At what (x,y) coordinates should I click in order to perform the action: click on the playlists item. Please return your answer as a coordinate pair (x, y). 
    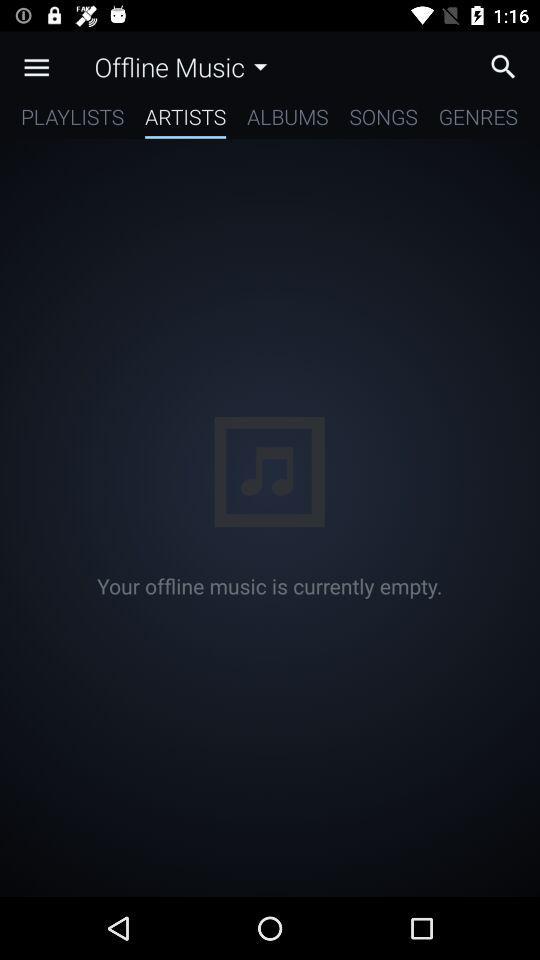
    Looking at the image, I should click on (71, 120).